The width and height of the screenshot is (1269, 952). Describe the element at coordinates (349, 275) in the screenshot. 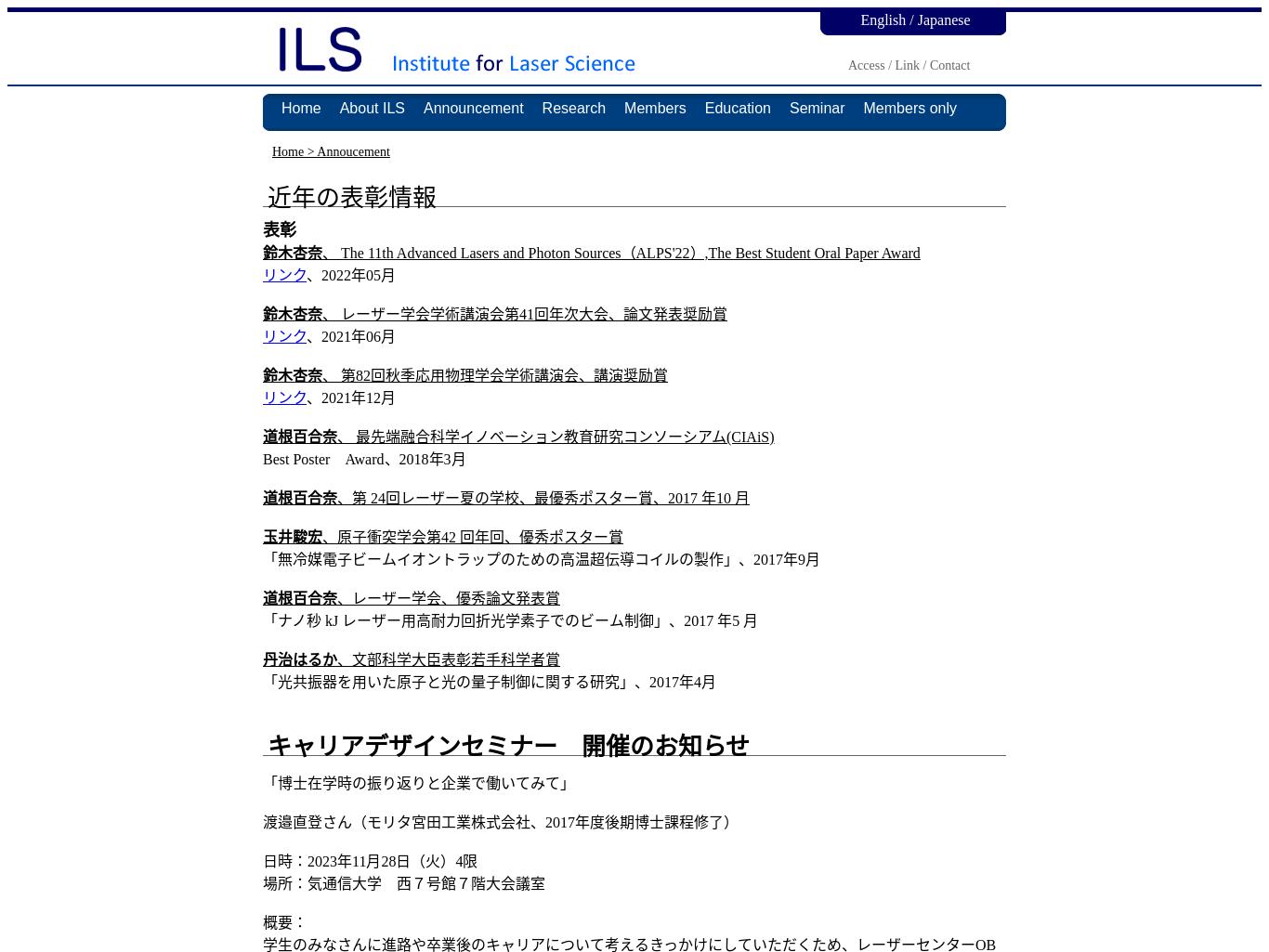

I see `'、2022年05月'` at that location.